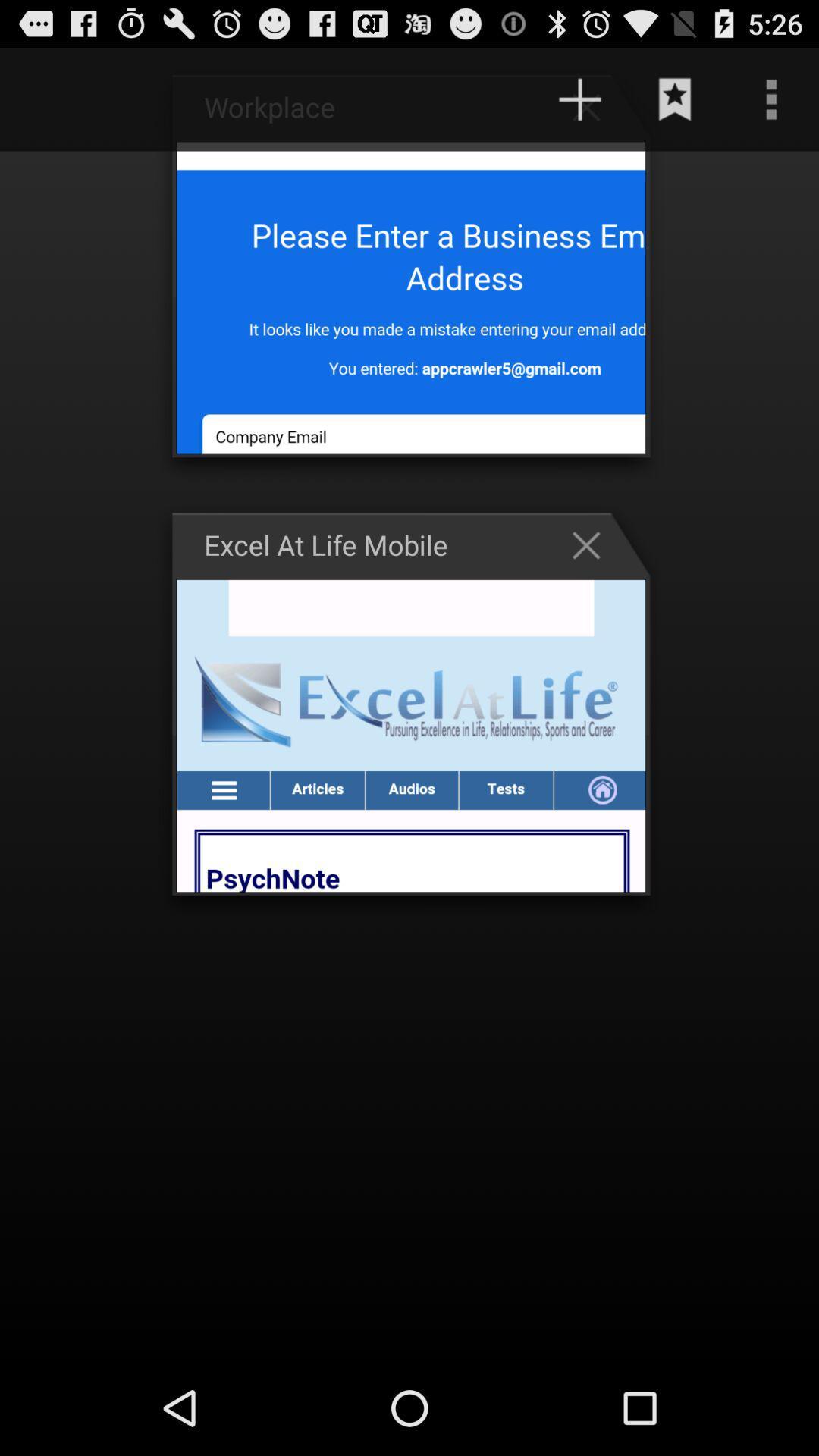 This screenshot has width=819, height=1456. What do you see at coordinates (579, 105) in the screenshot?
I see `the add icon` at bounding box center [579, 105].